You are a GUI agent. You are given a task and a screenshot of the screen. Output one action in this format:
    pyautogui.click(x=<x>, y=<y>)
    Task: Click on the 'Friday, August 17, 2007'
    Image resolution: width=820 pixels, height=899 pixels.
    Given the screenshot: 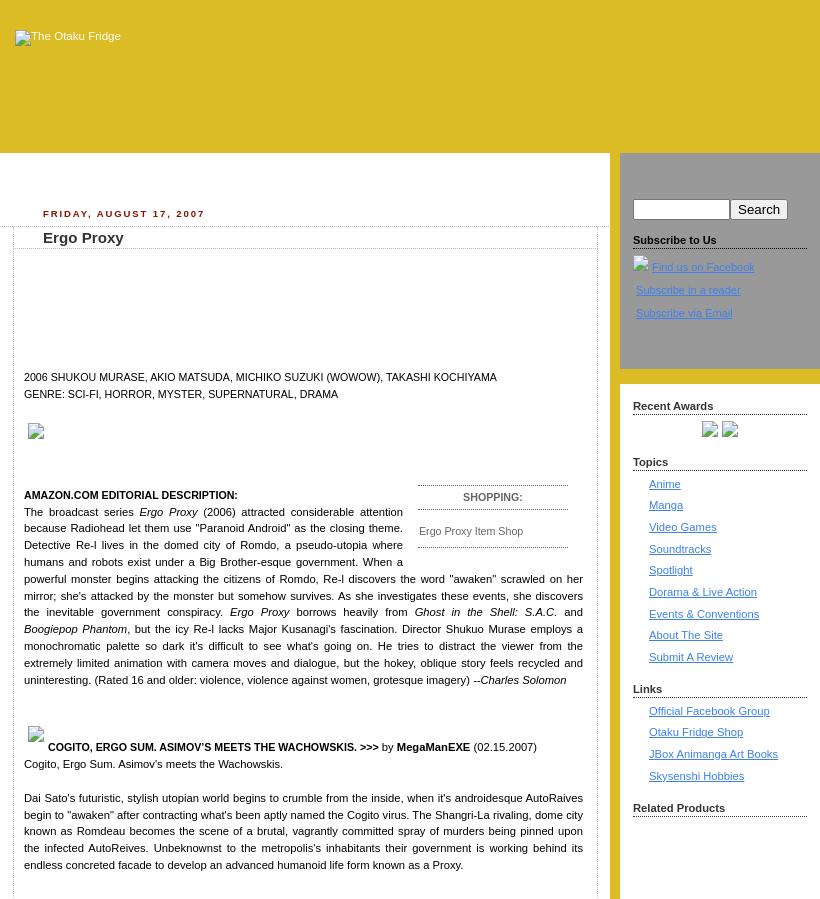 What is the action you would take?
    pyautogui.click(x=122, y=212)
    